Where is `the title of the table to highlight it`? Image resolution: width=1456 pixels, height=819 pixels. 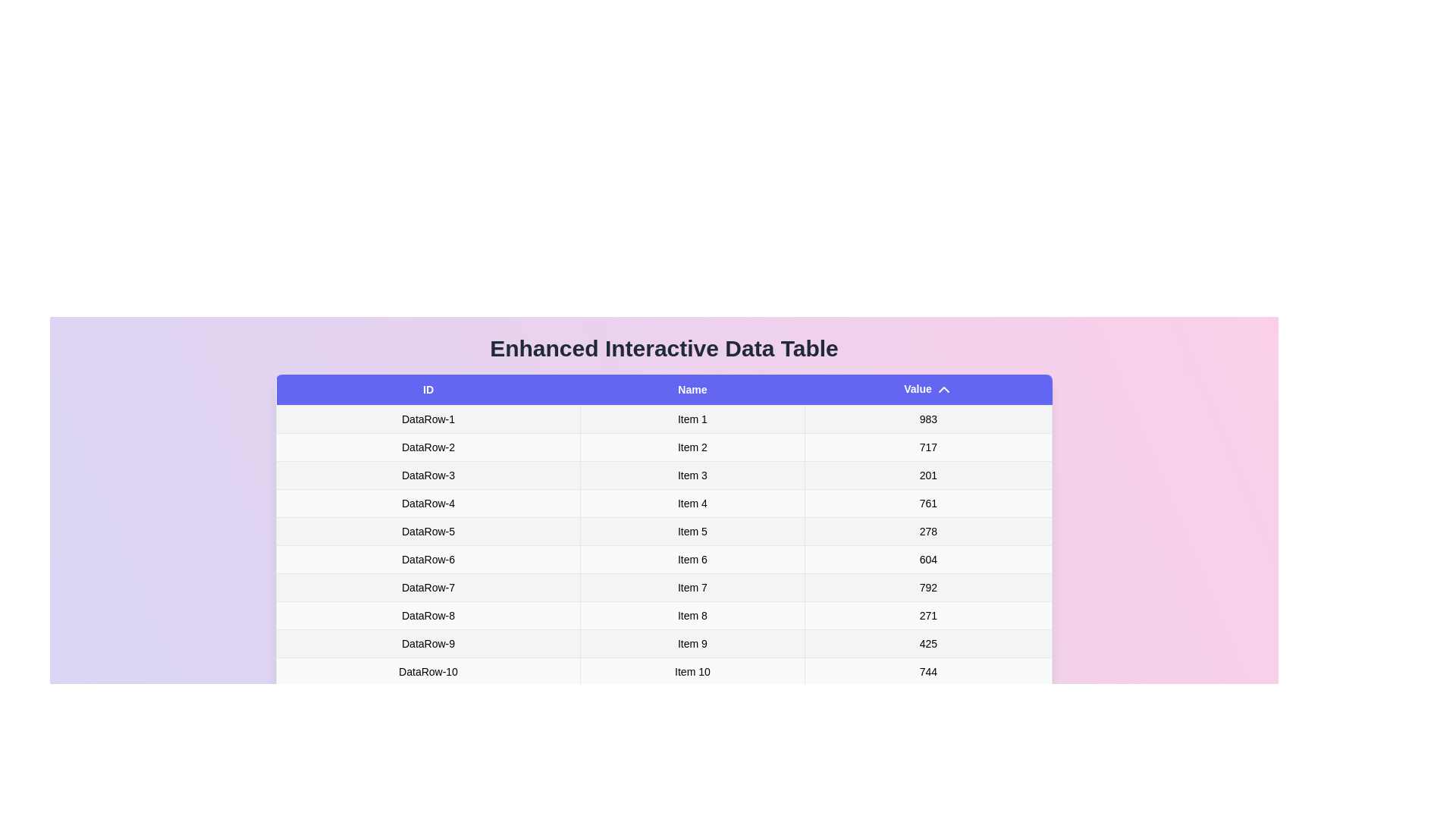 the title of the table to highlight it is located at coordinates (664, 348).